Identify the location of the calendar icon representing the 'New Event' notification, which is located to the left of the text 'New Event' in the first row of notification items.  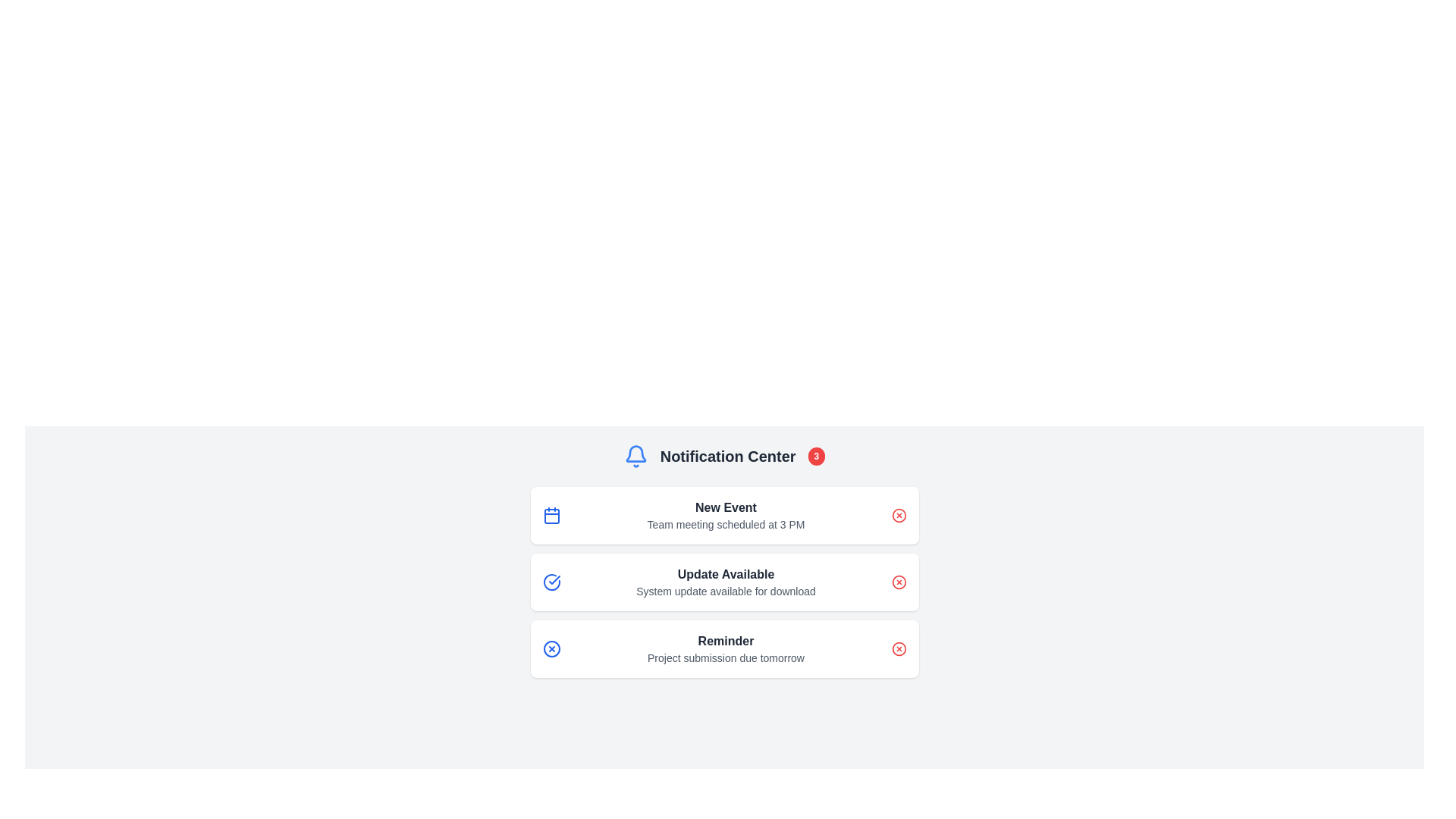
(551, 516).